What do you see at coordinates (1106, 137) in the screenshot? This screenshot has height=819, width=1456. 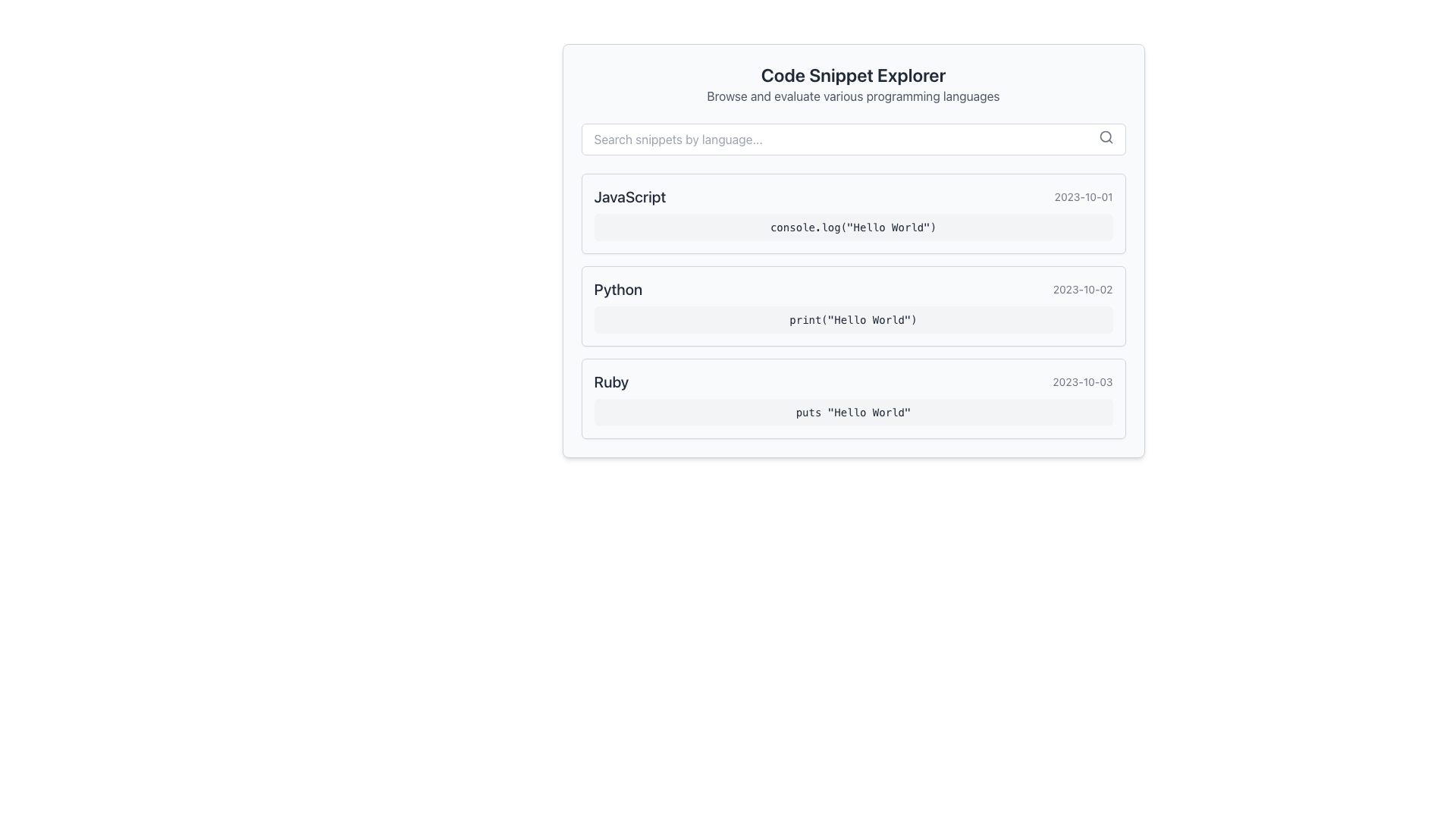 I see `the search icon represented by a magnifying glass located in the top-right corner of the search bar` at bounding box center [1106, 137].